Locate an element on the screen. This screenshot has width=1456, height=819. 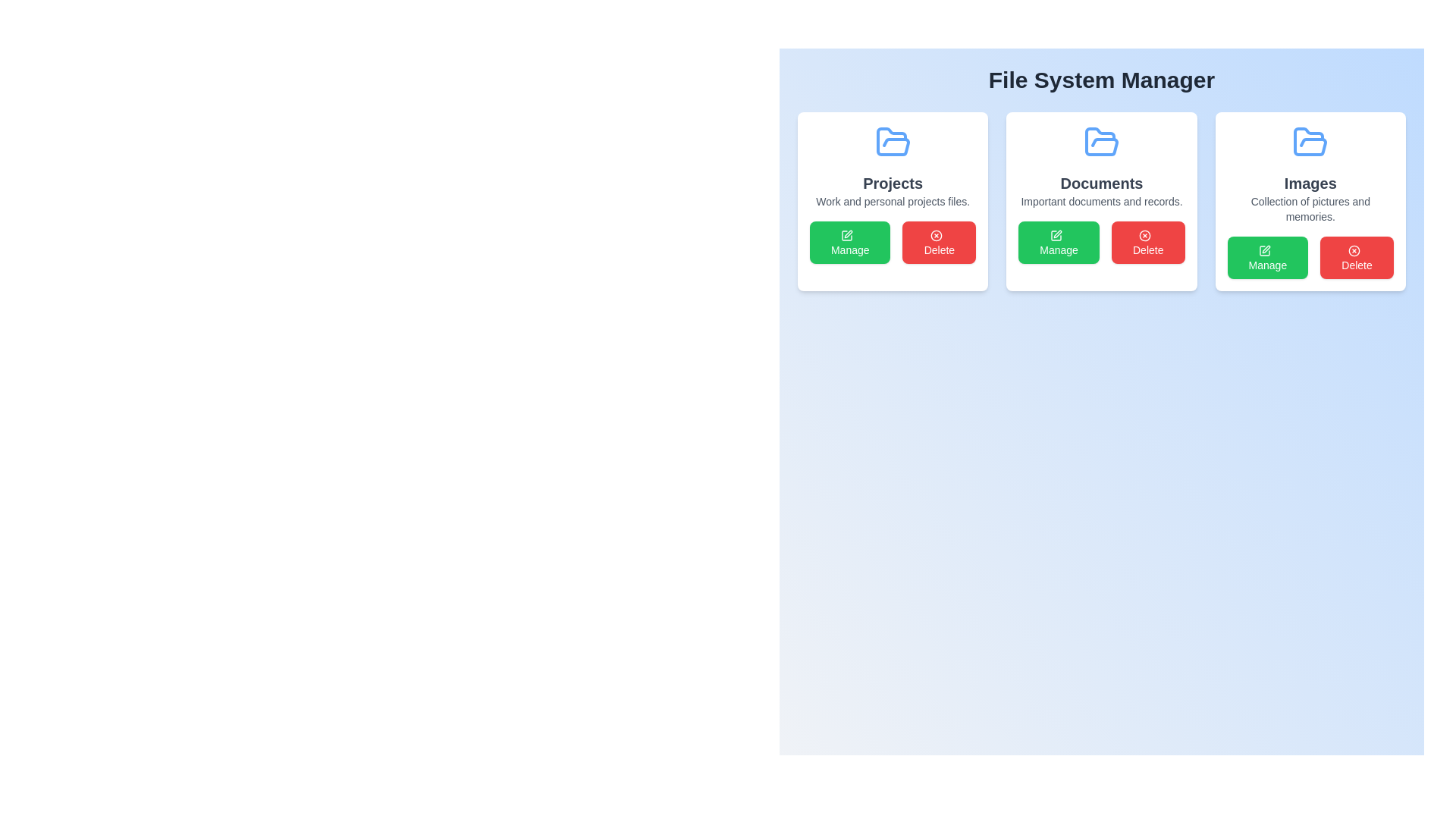
the centered text label displaying 'File System Manager' in bold, dark gray font at the top-center of the user interface is located at coordinates (1102, 80).